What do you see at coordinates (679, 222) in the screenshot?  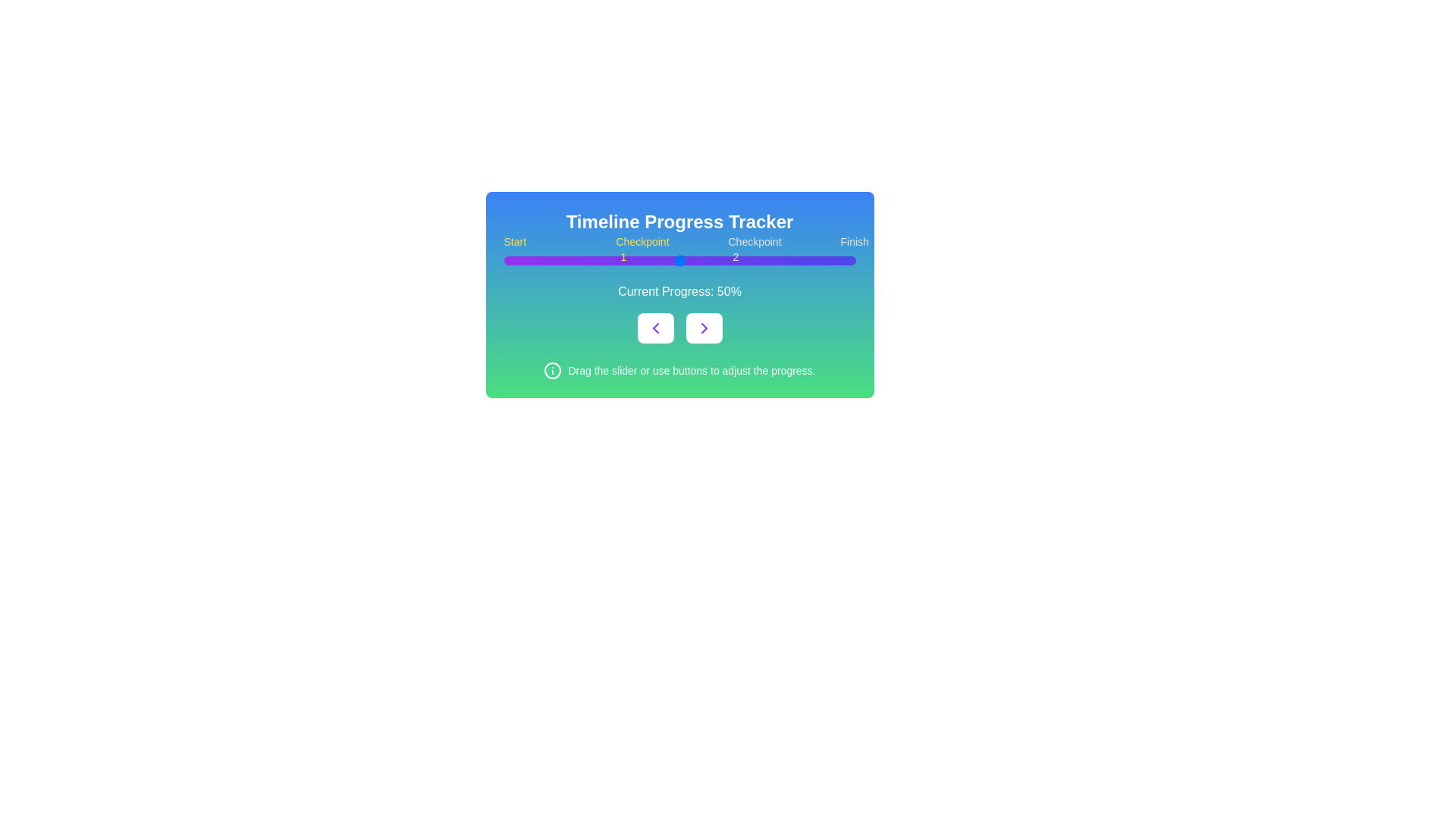 I see `the title or header text element located at the top-center of the interface, which serves to indicate the purpose or context of the section` at bounding box center [679, 222].